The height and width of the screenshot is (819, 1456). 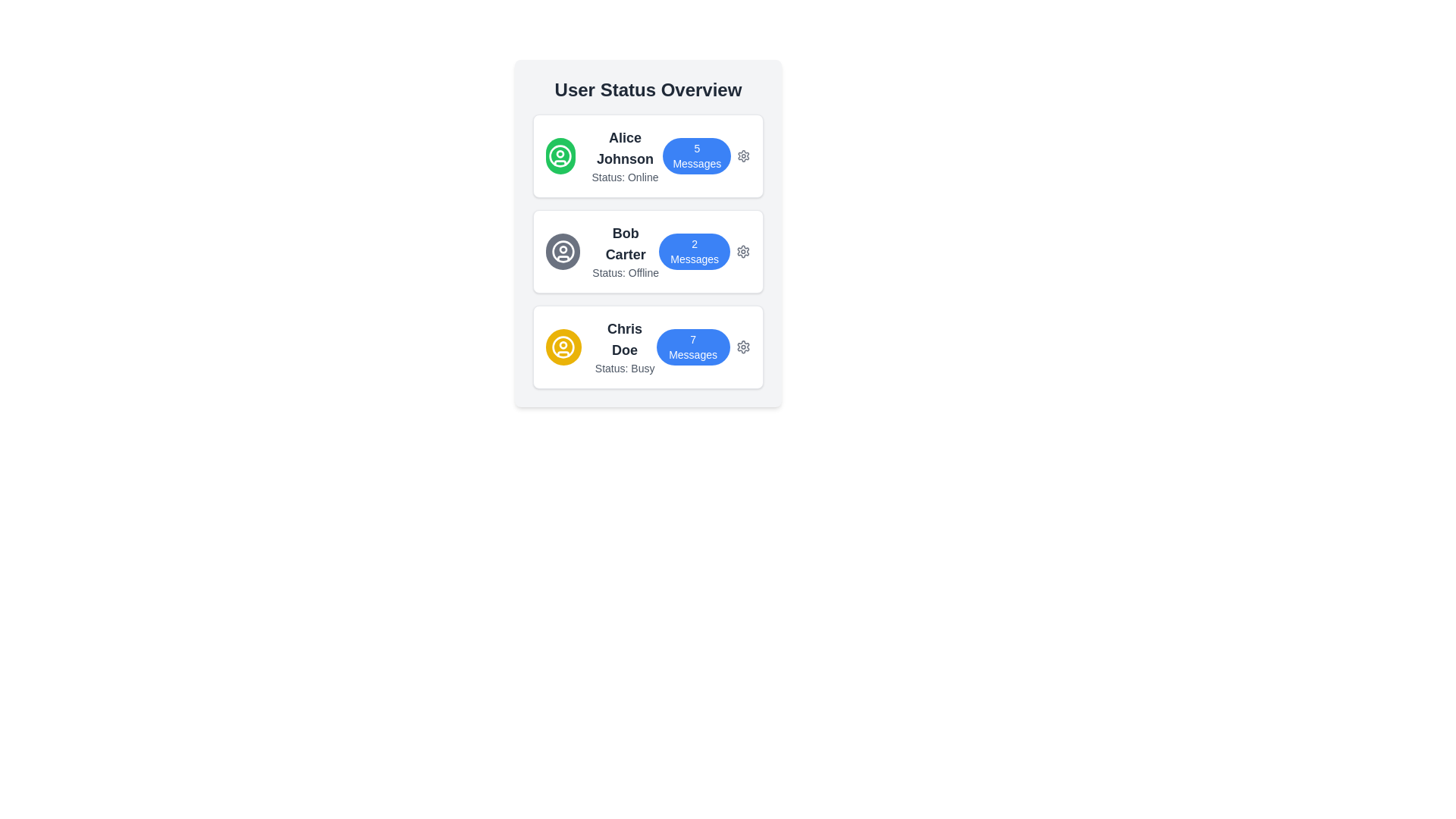 What do you see at coordinates (704, 250) in the screenshot?
I see `the blue pill-shaped badge labeled '2 Messages' located below 'Bob Carter' in the user card` at bounding box center [704, 250].